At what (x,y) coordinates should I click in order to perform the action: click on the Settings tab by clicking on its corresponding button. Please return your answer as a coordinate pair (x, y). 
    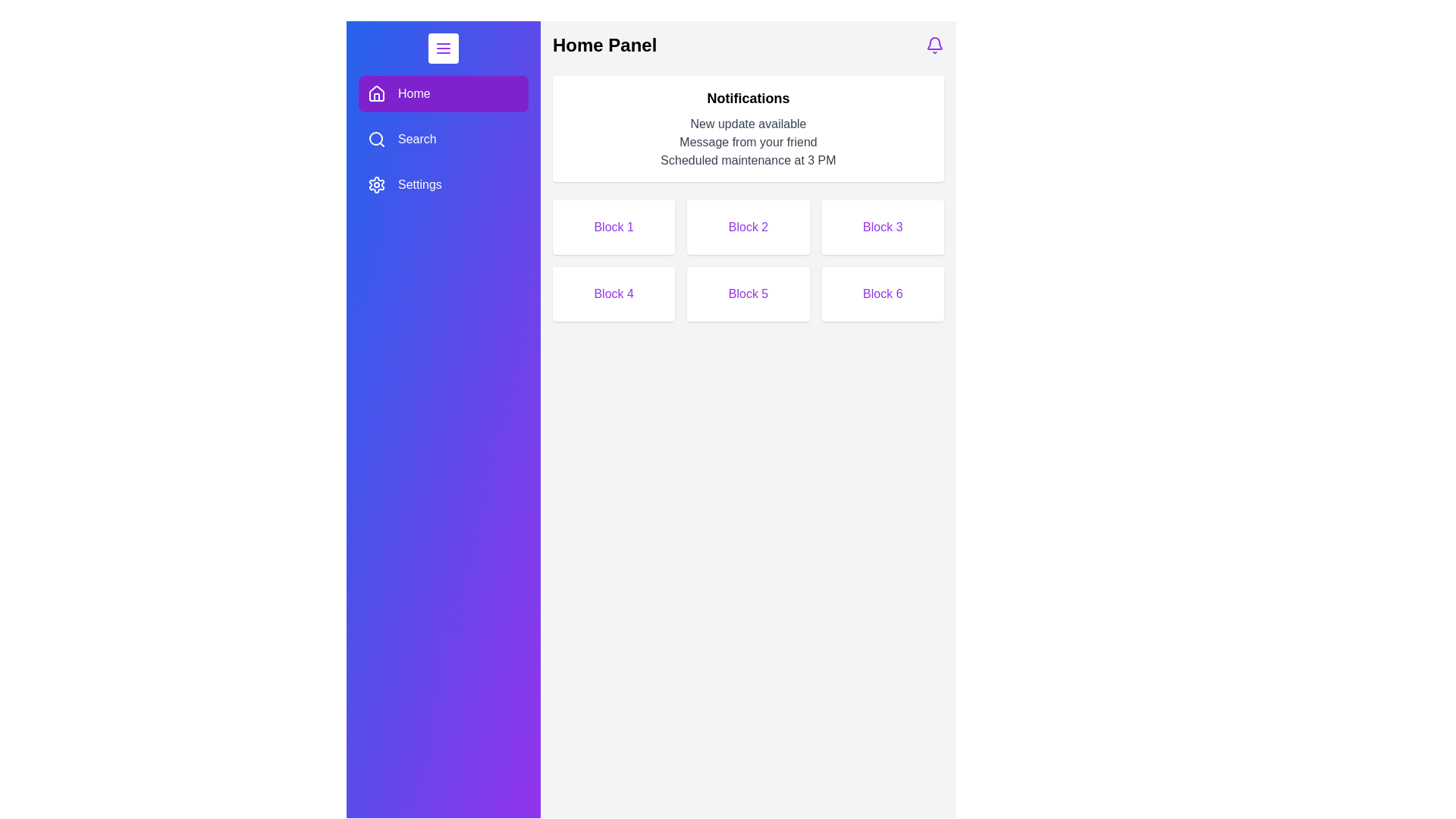
    Looking at the image, I should click on (443, 184).